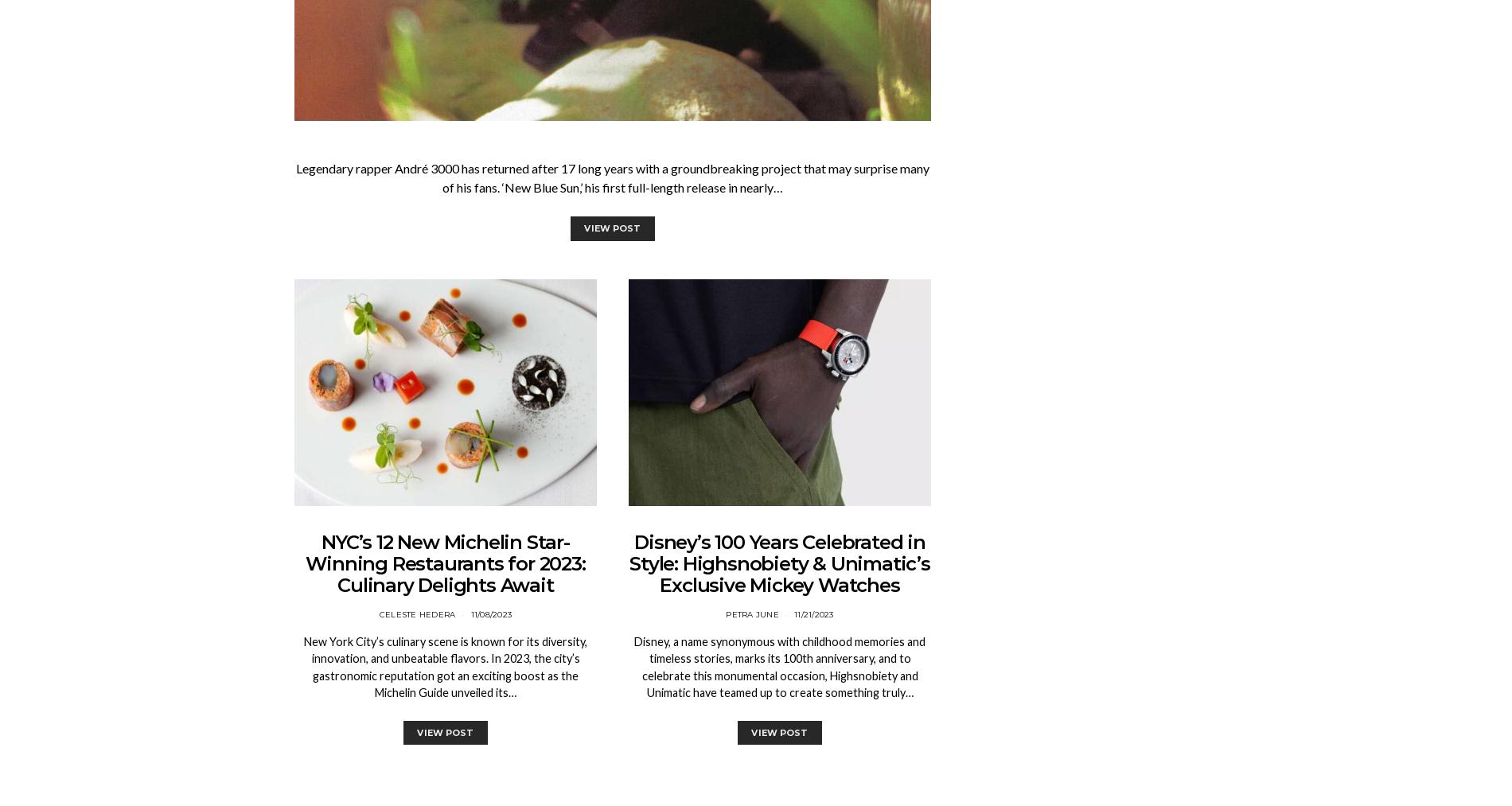 This screenshot has width=1512, height=806. What do you see at coordinates (304, 562) in the screenshot?
I see `'NYC’s 12 New Michelin Star-Winning Restaurants for 2023: Culinary Delights Await'` at bounding box center [304, 562].